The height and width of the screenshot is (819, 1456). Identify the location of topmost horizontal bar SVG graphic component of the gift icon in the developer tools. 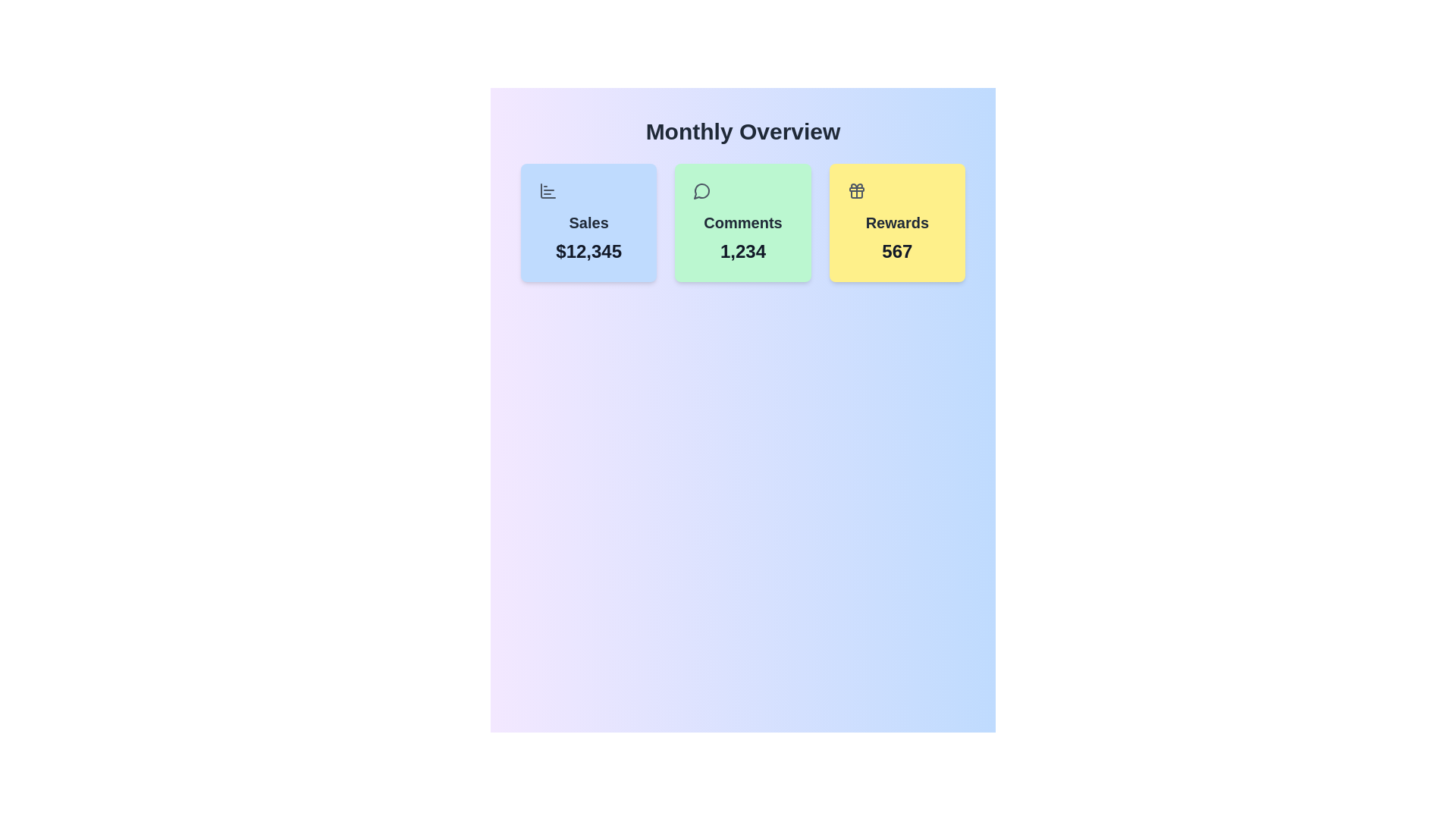
(856, 189).